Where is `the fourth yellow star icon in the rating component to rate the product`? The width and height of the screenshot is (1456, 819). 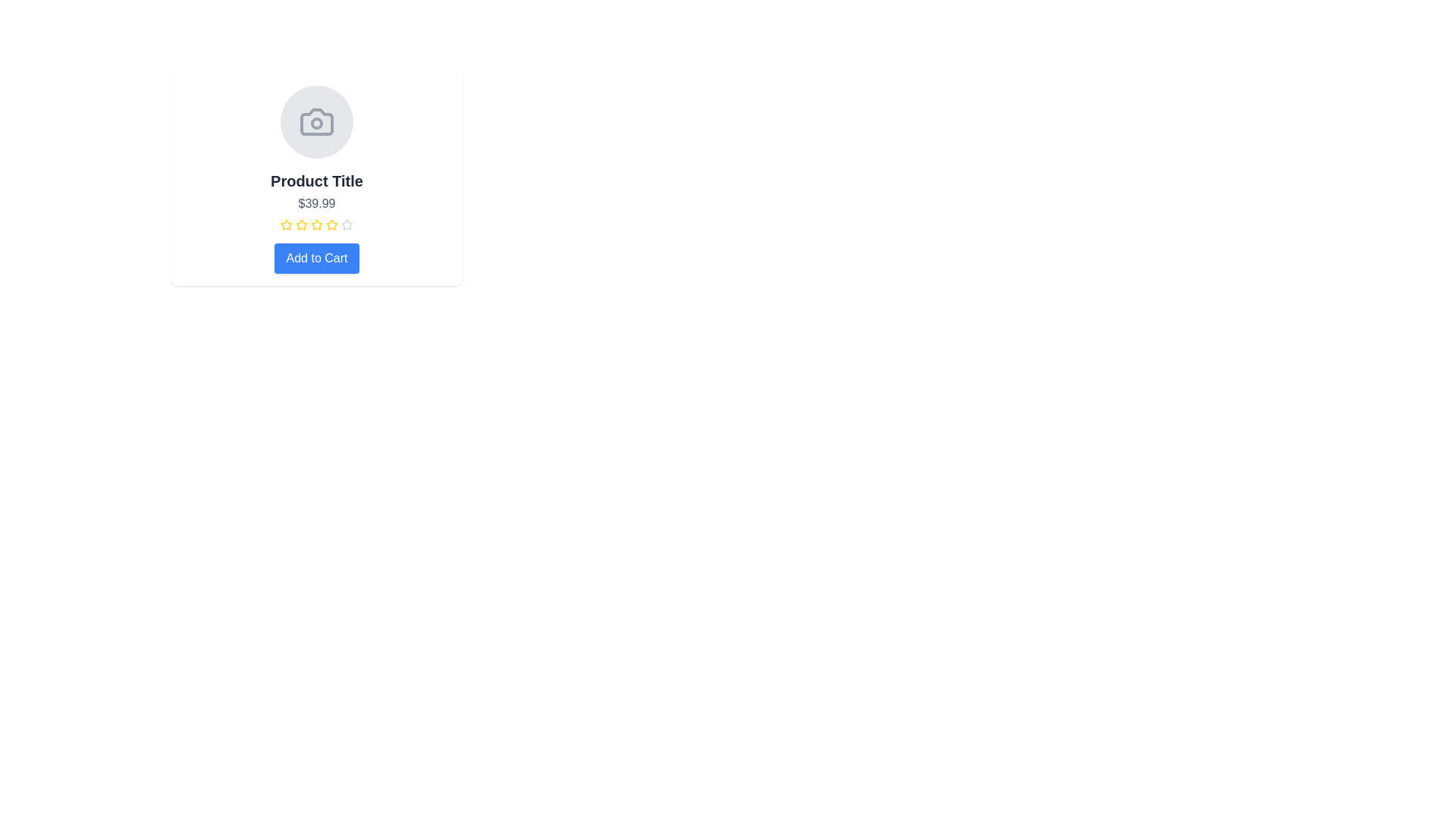 the fourth yellow star icon in the rating component to rate the product is located at coordinates (315, 225).